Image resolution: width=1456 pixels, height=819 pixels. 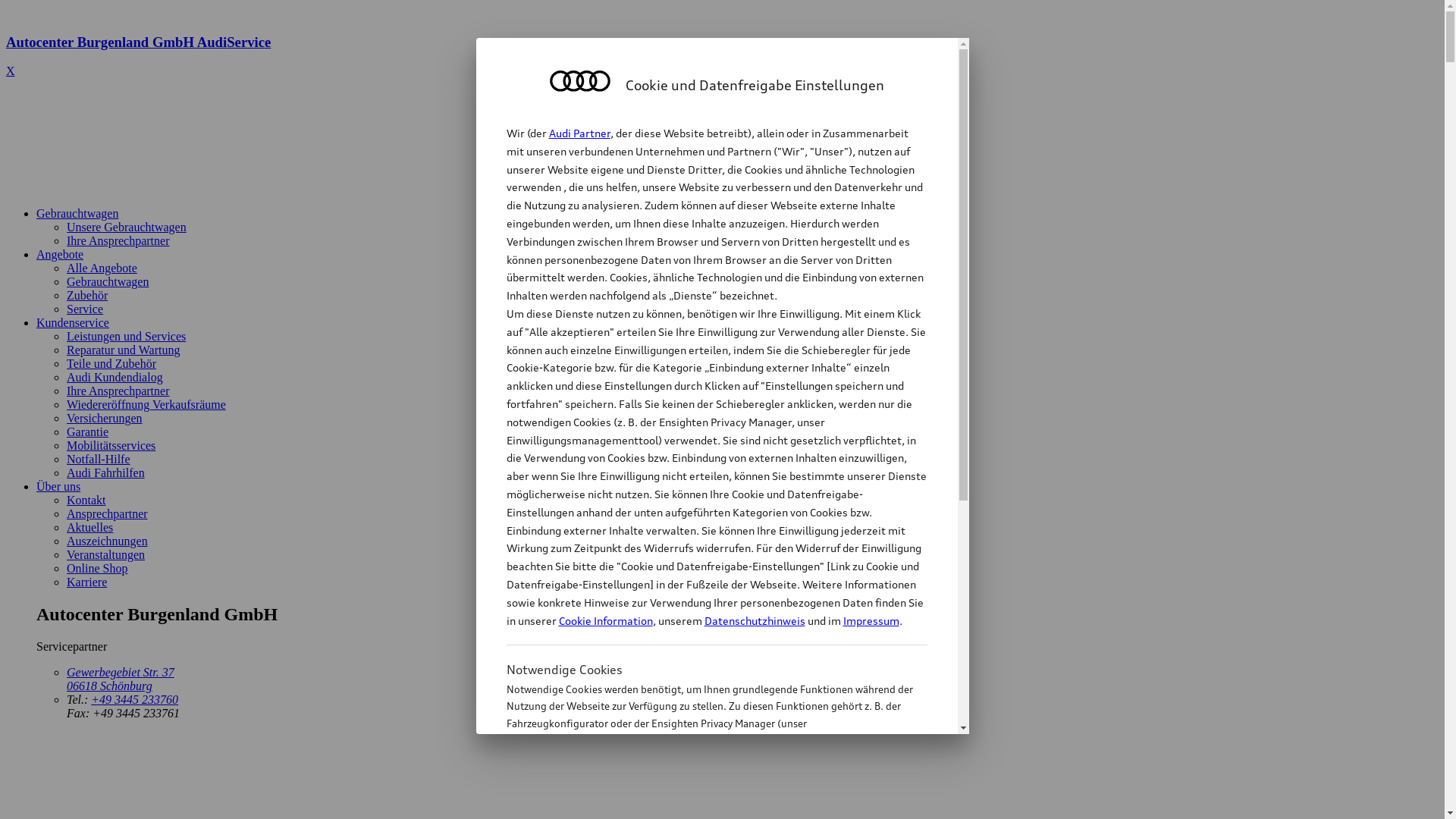 I want to click on 'Unsere Gebrauchtwagen', so click(x=127, y=227).